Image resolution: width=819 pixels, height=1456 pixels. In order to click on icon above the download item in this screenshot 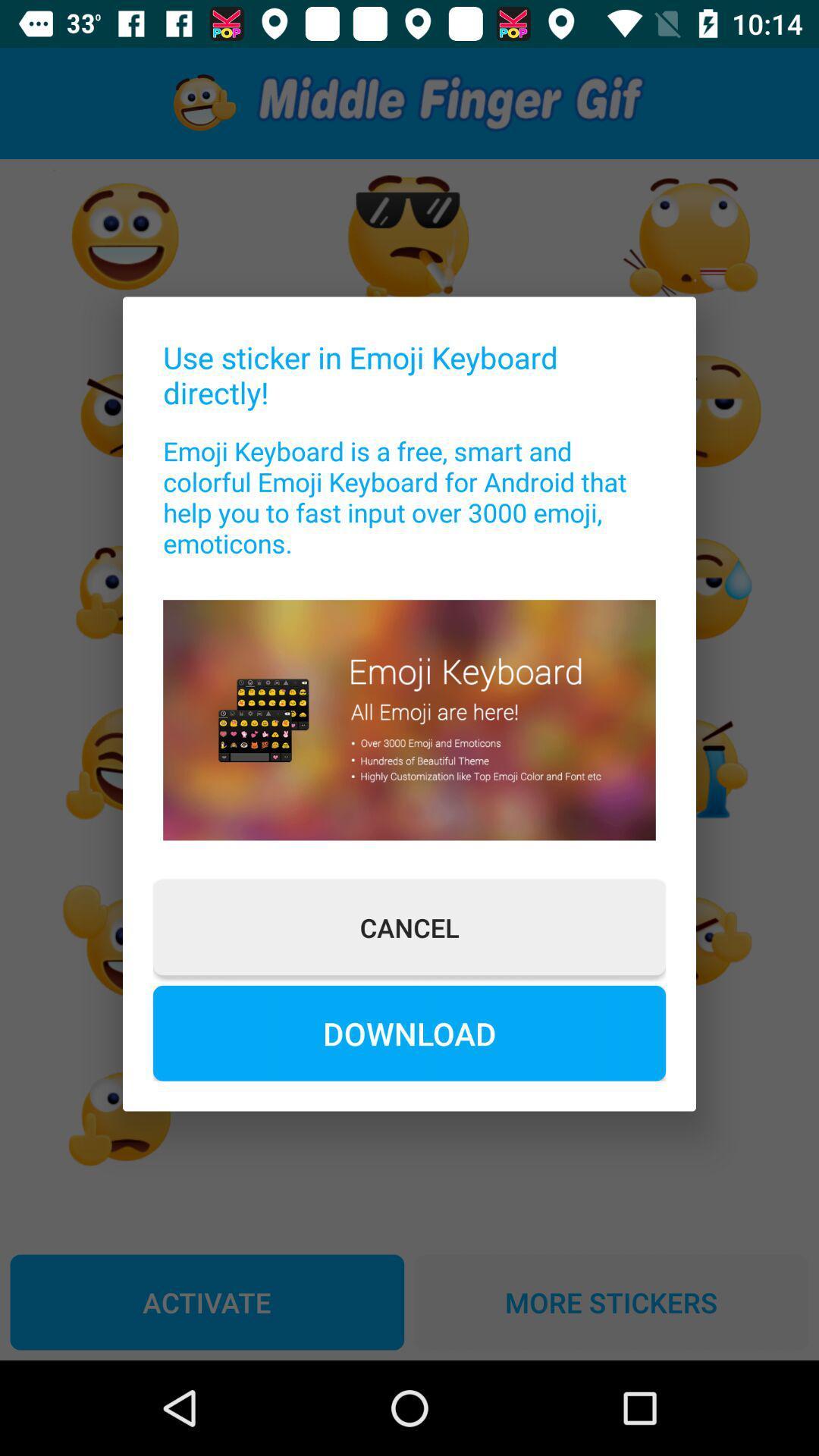, I will do `click(409, 927)`.